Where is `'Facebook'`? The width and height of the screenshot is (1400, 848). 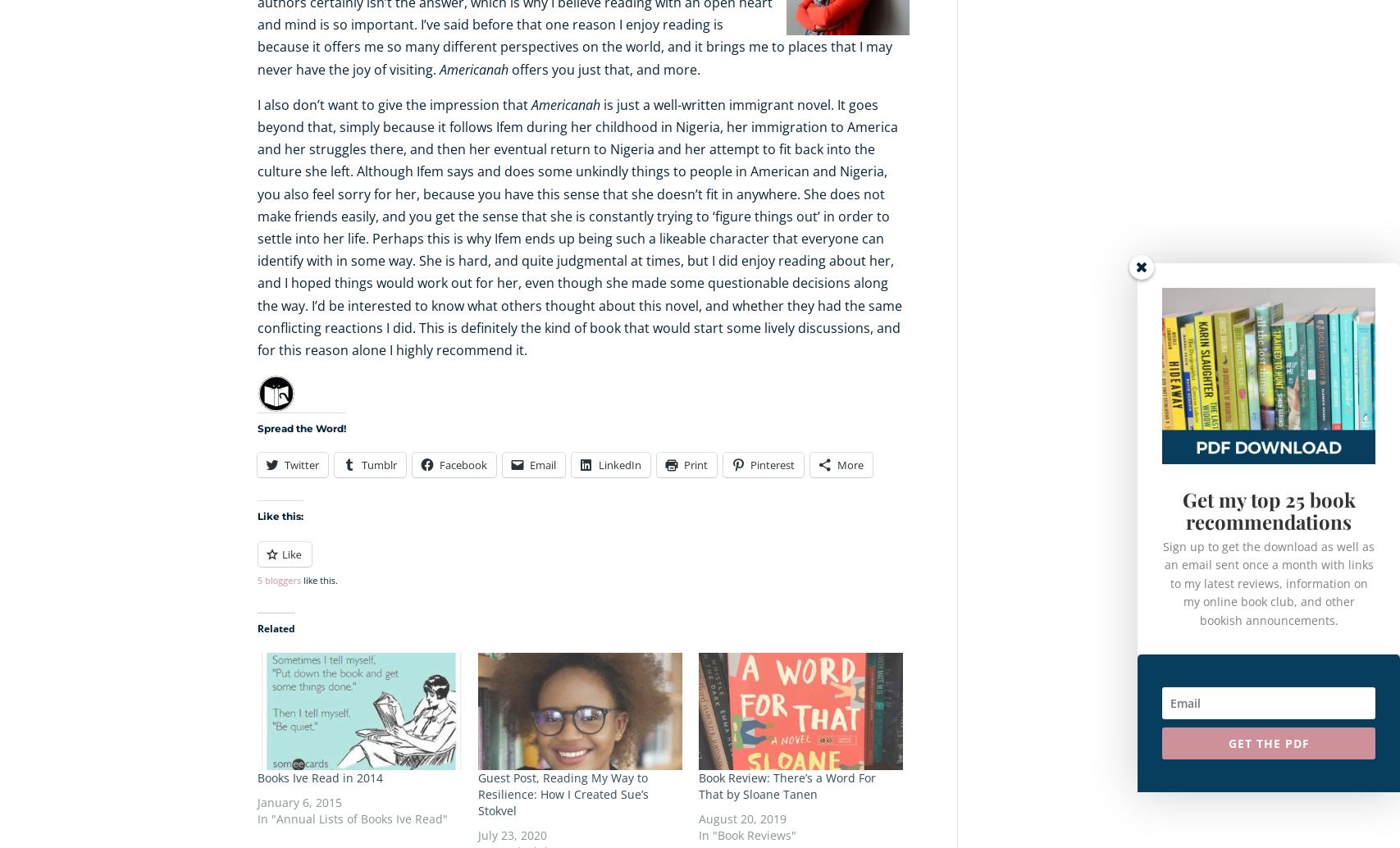 'Facebook' is located at coordinates (462, 465).